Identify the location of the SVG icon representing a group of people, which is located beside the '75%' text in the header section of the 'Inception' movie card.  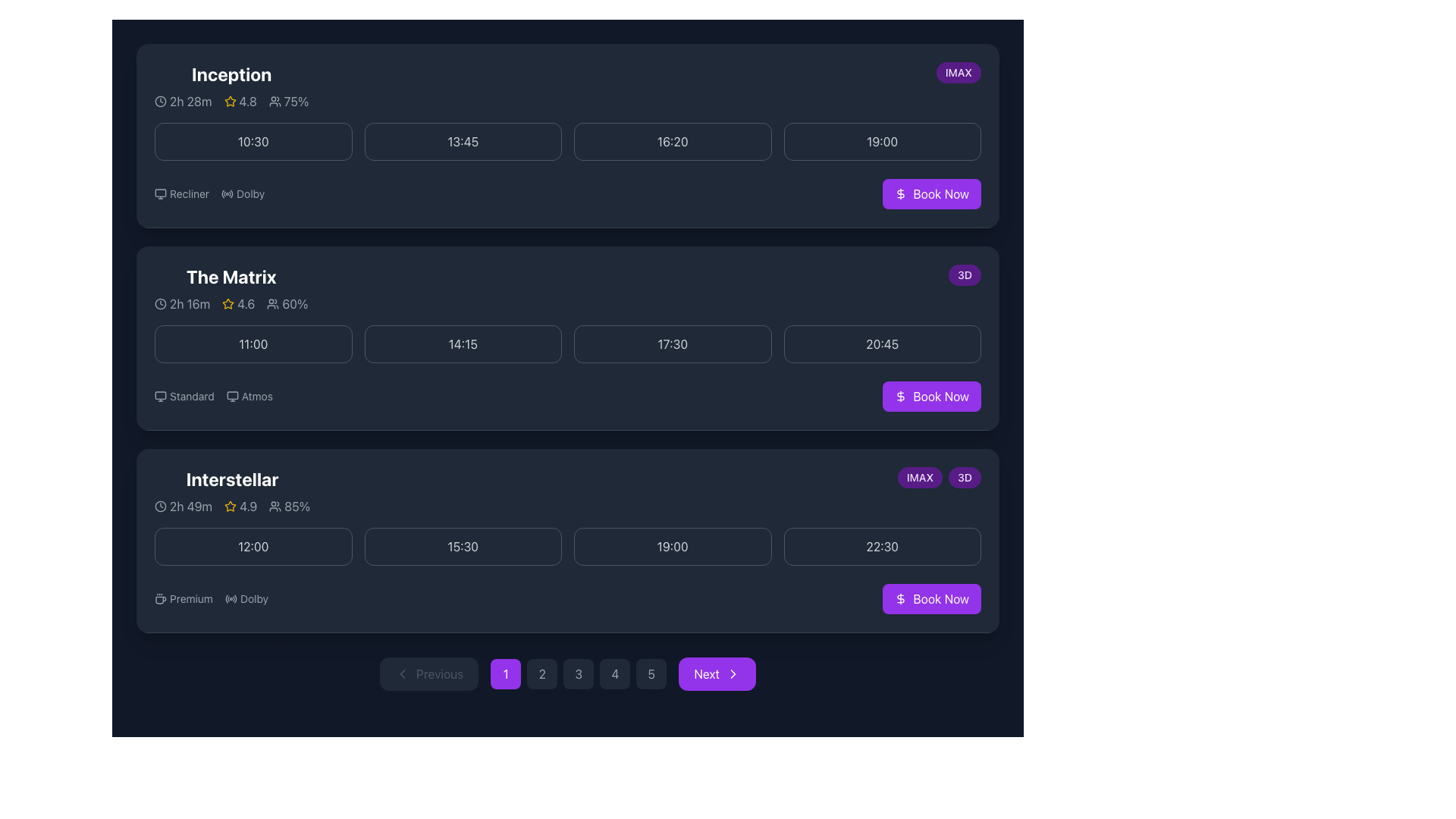
(275, 102).